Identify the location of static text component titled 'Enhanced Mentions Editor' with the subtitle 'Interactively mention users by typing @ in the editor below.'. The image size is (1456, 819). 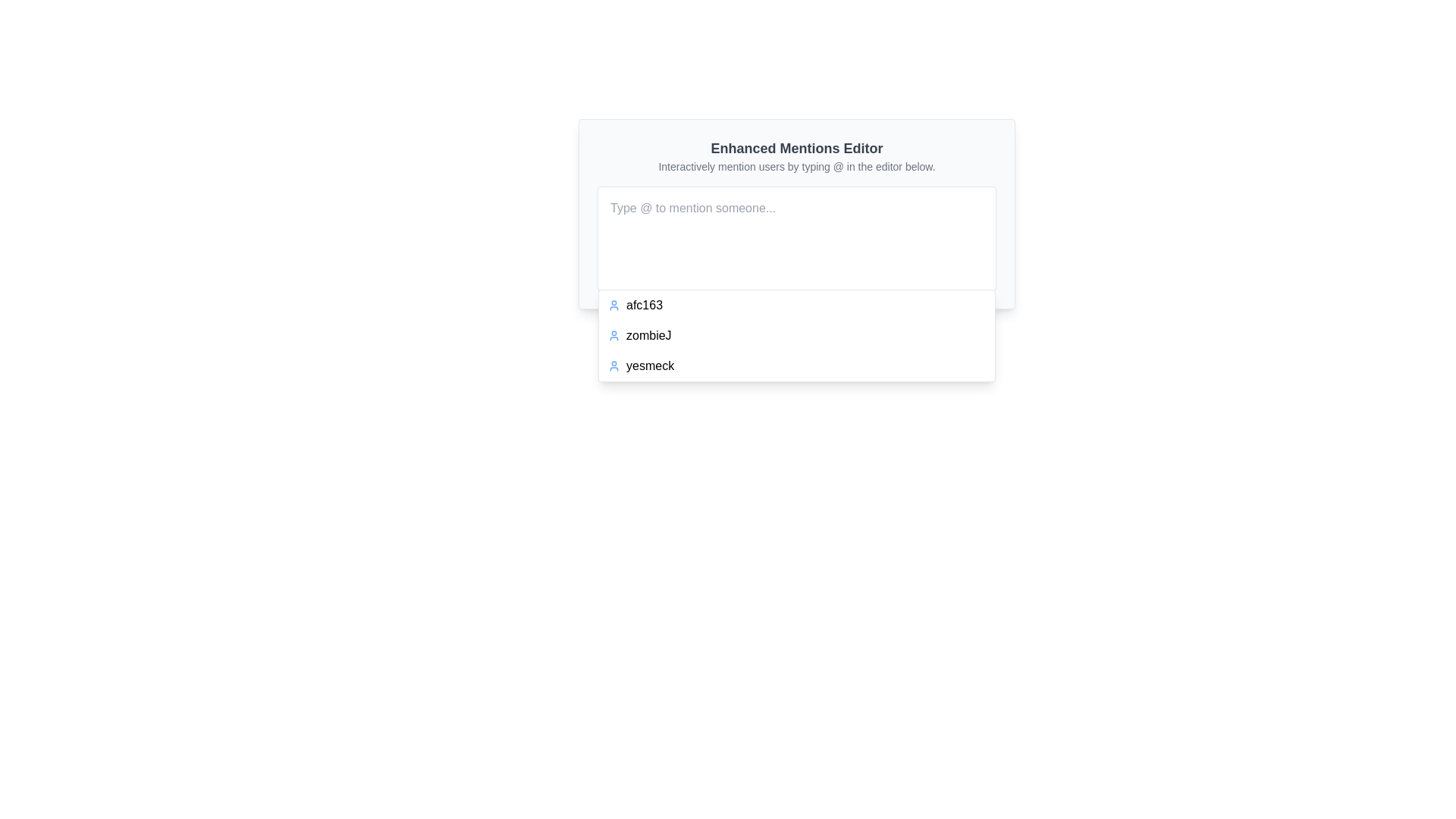
(796, 155).